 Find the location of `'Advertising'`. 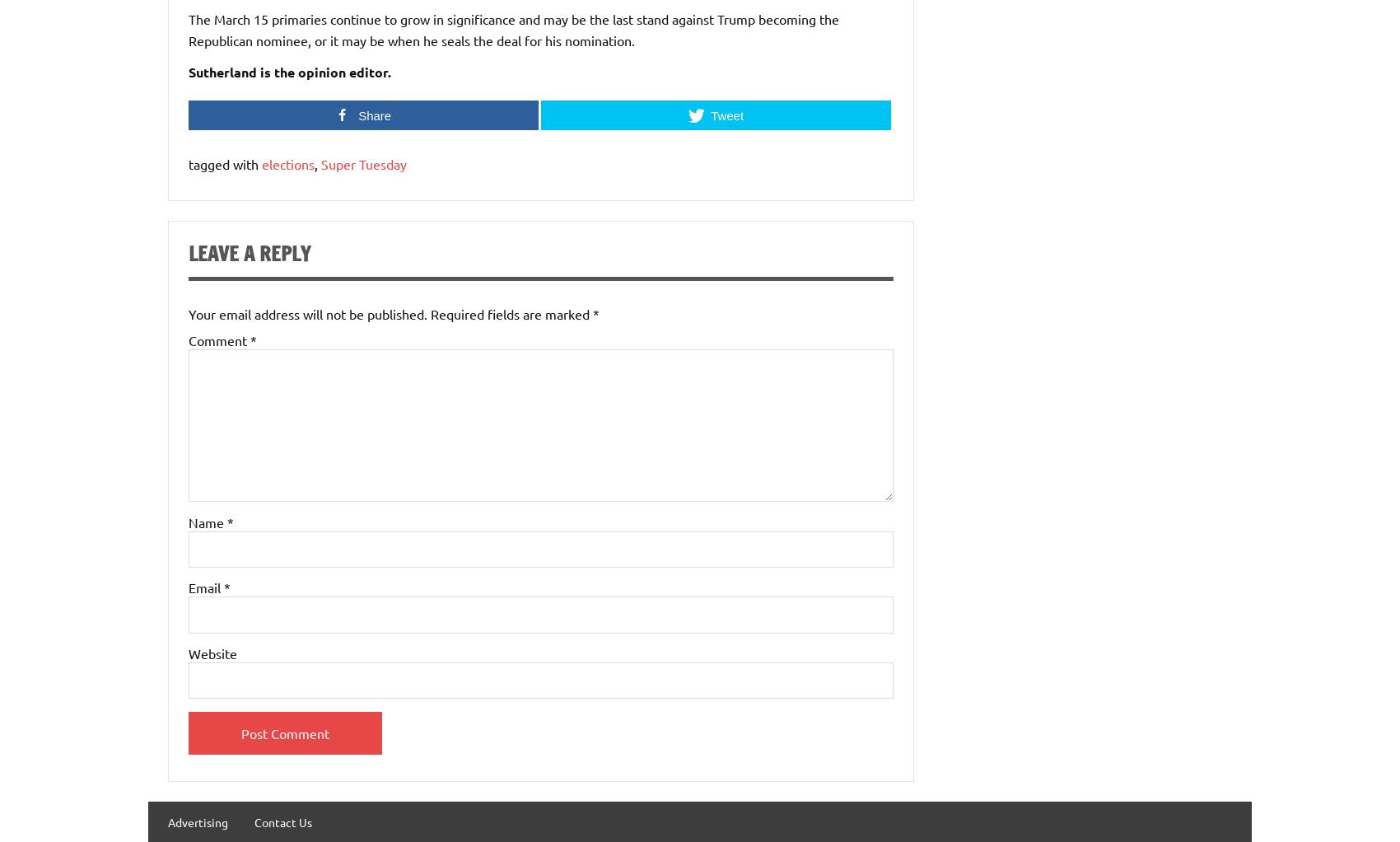

'Advertising' is located at coordinates (198, 821).